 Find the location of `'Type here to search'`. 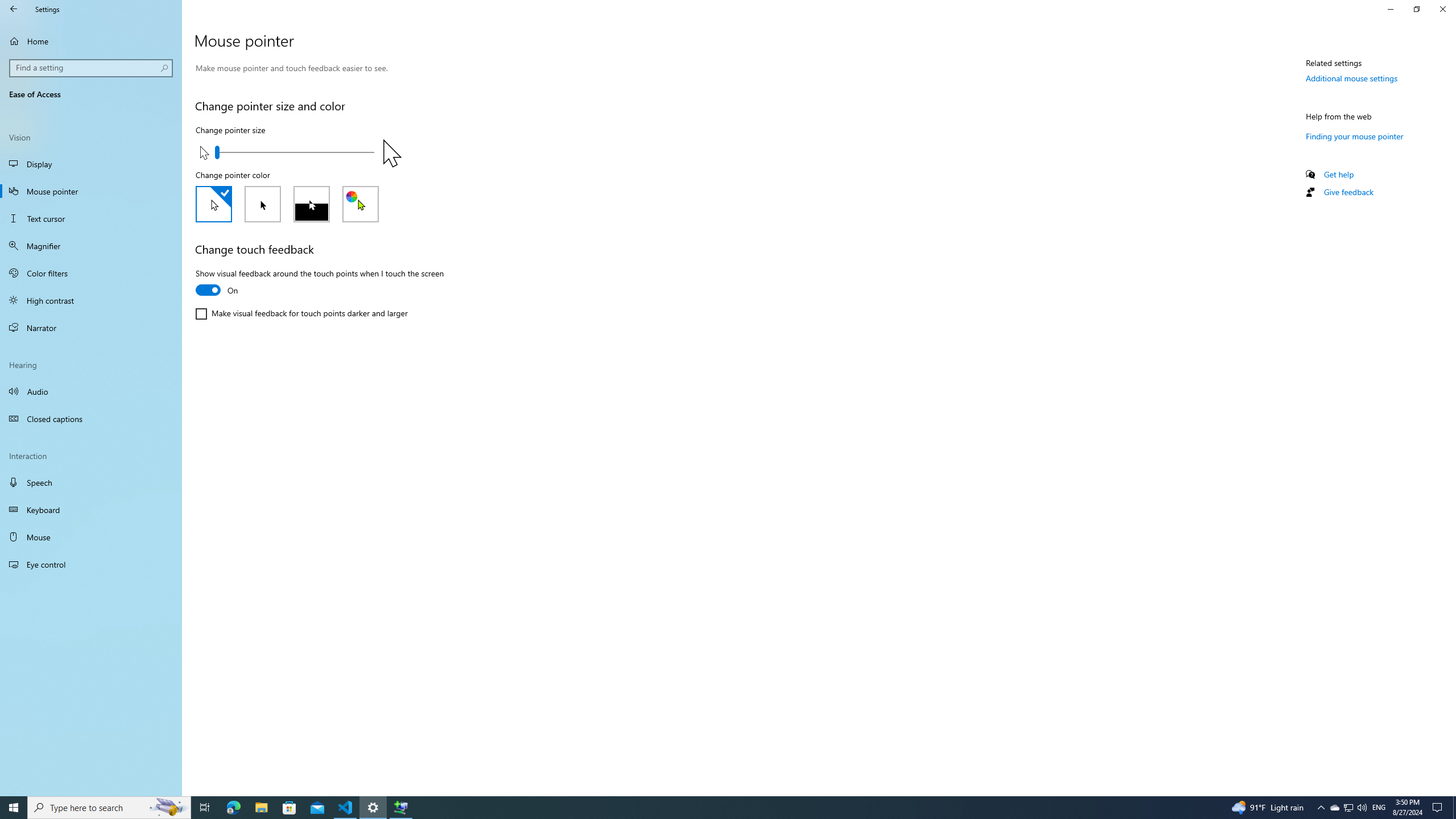

'Type here to search' is located at coordinates (109, 806).